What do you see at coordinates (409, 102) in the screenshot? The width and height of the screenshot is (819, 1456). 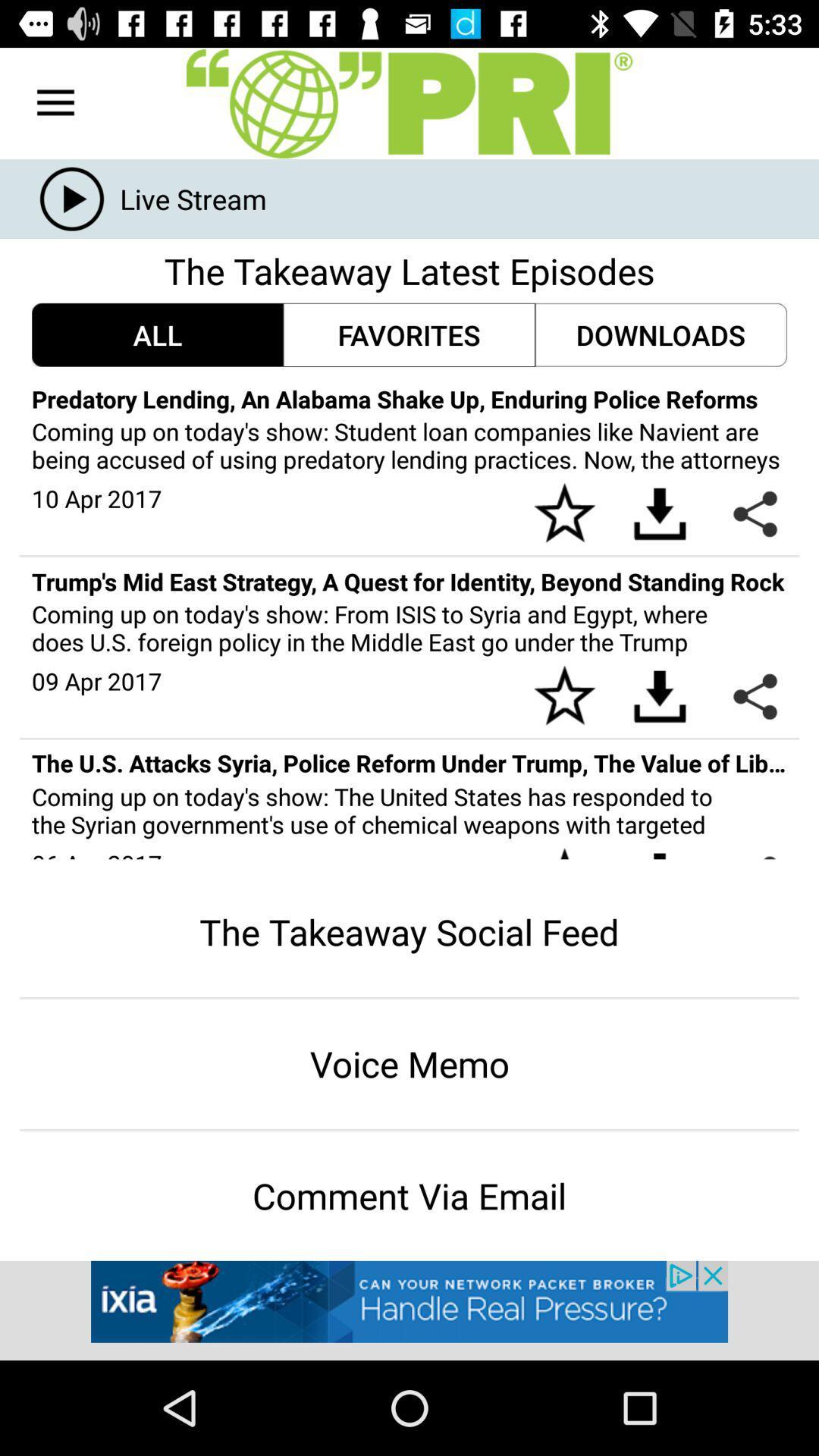 I see `title of website` at bounding box center [409, 102].